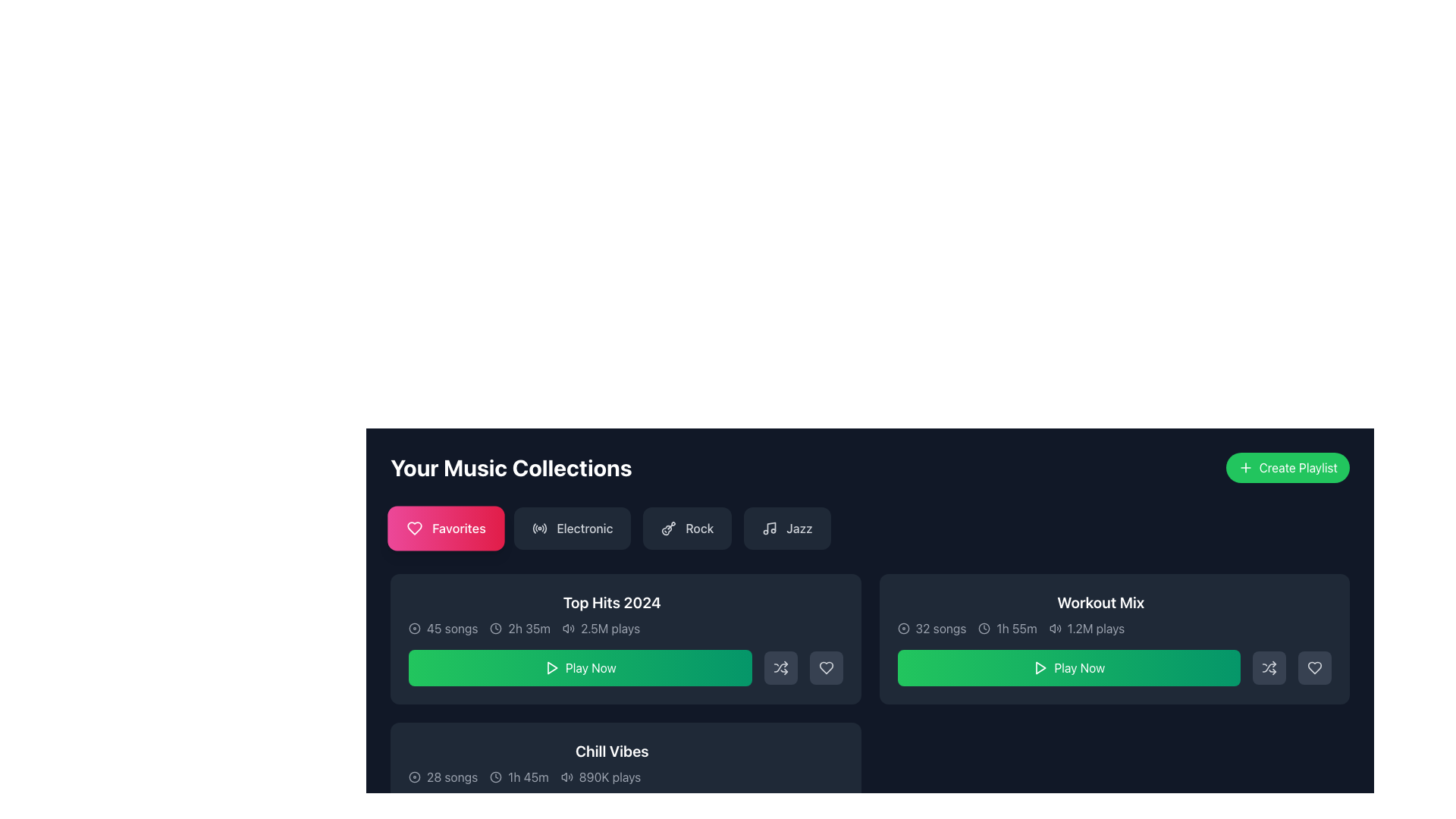  I want to click on text displayed on the label that indicates the number of times the 'Workout Mix' playlist has been played, located towards the right within its card, so click(1096, 629).